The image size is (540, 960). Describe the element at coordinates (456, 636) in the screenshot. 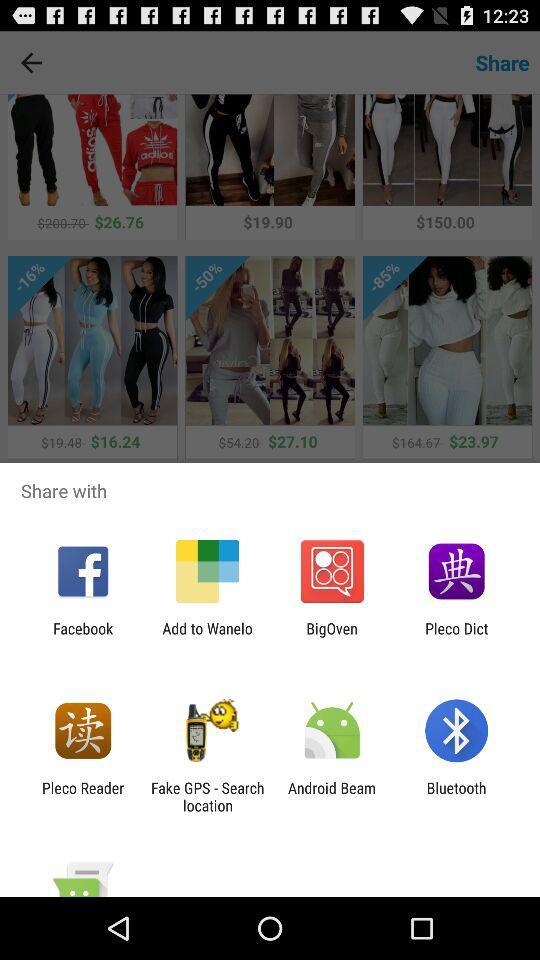

I see `the pleco dict item` at that location.